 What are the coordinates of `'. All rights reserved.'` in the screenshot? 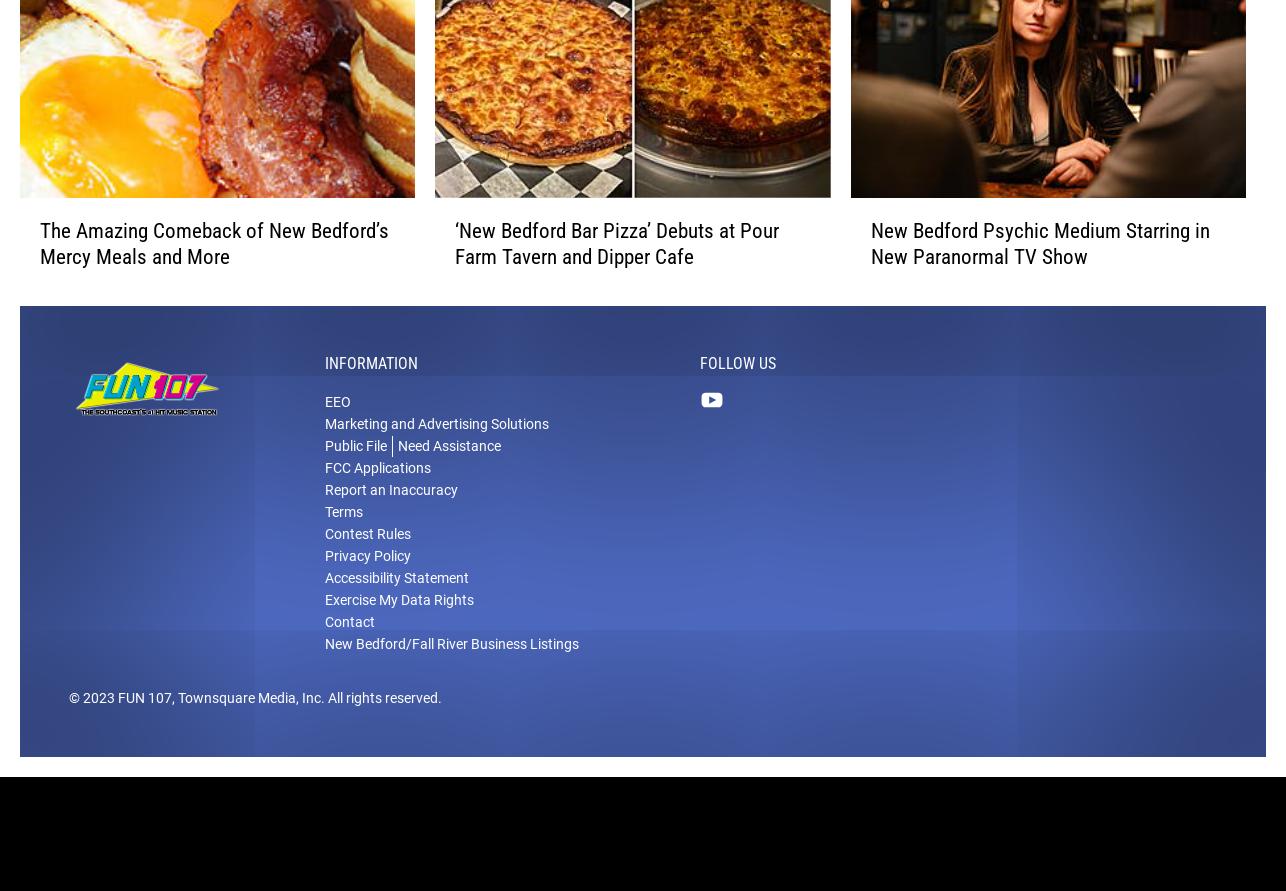 It's located at (380, 724).